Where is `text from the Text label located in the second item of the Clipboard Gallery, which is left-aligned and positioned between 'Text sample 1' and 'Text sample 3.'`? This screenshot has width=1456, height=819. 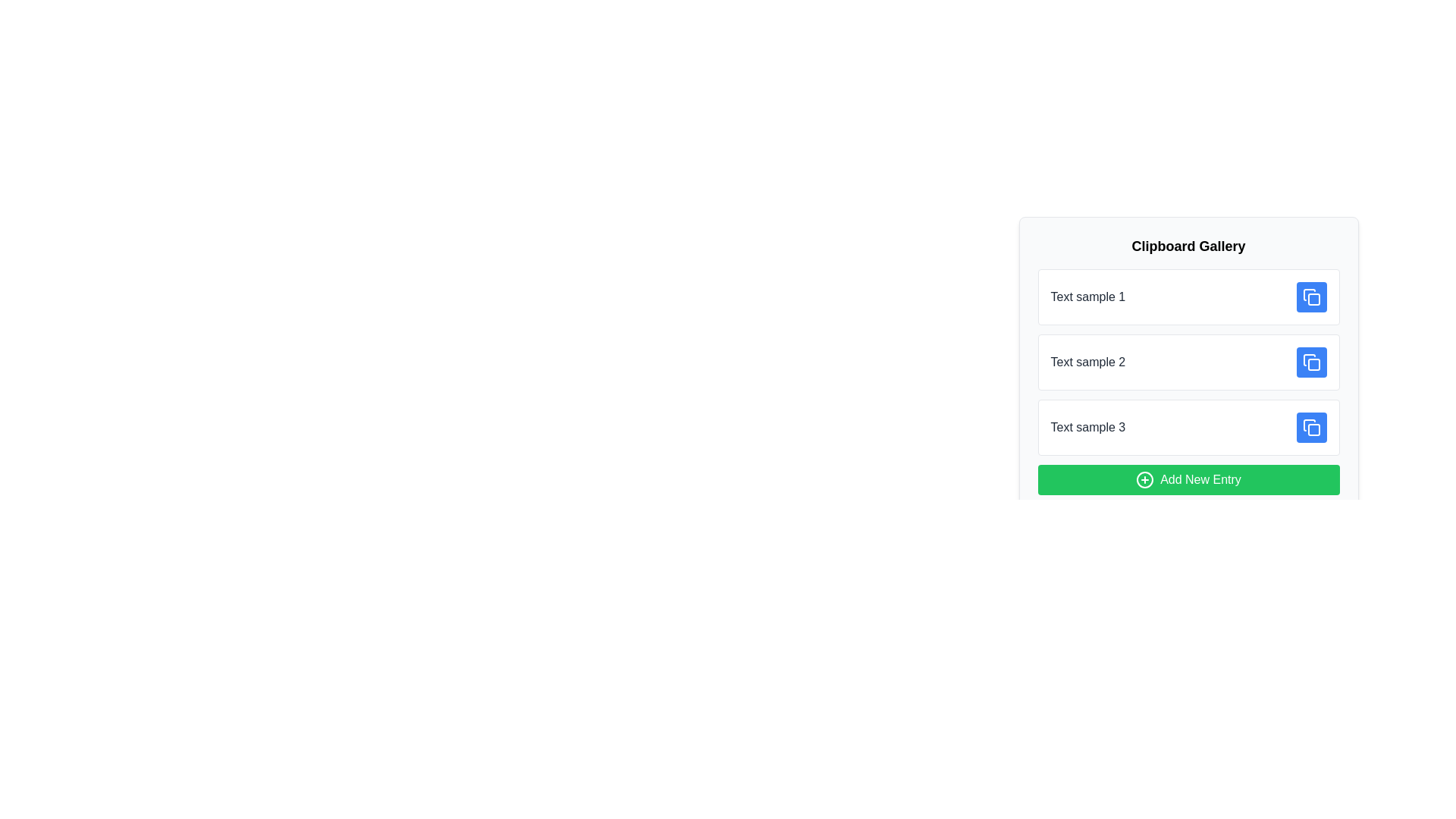
text from the Text label located in the second item of the Clipboard Gallery, which is left-aligned and positioned between 'Text sample 1' and 'Text sample 3.' is located at coordinates (1087, 362).